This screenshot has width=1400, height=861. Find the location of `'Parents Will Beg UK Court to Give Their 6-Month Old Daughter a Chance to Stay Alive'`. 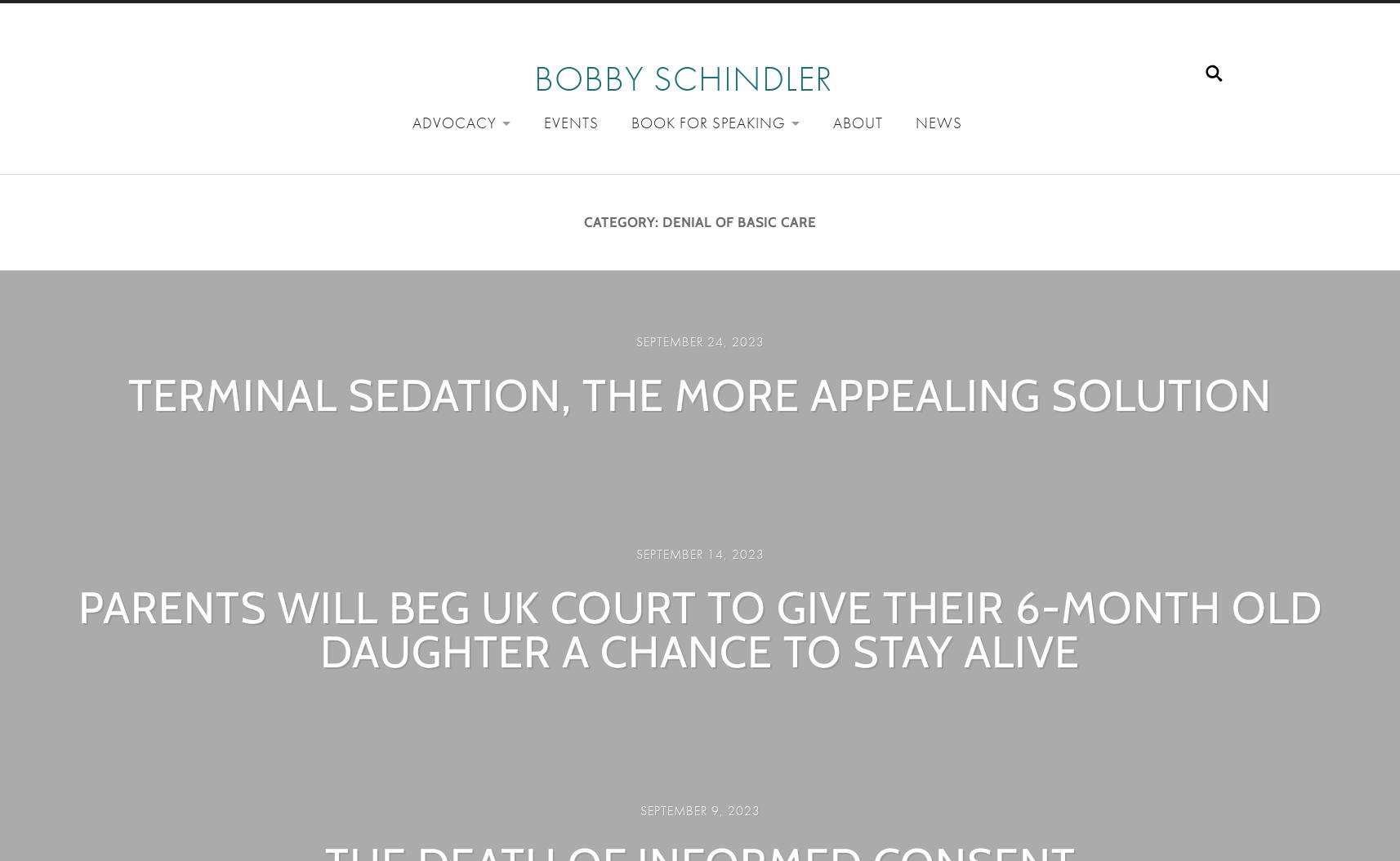

'Parents Will Beg UK Court to Give Their 6-Month Old Daughter a Chance to Stay Alive' is located at coordinates (699, 629).